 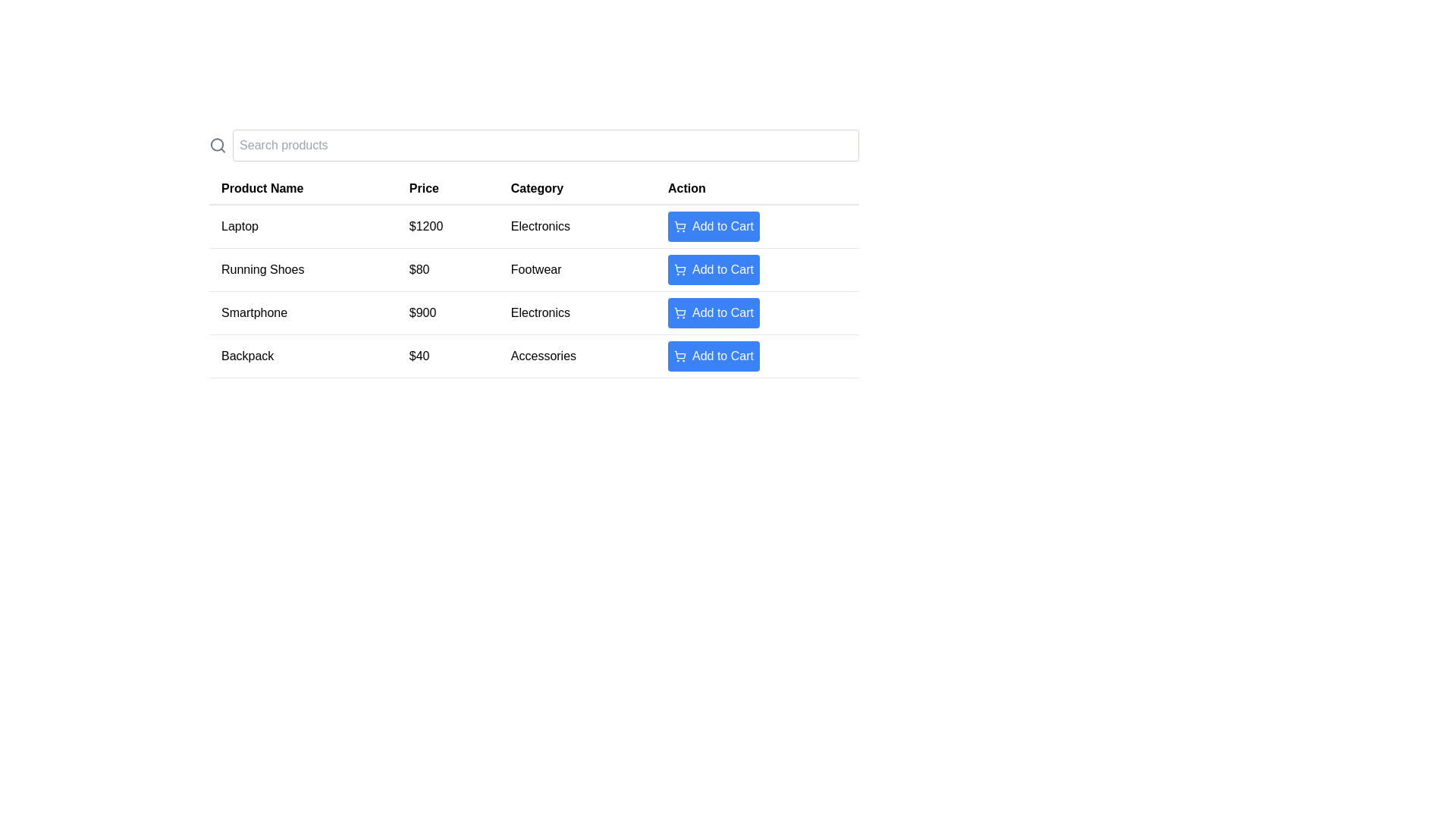 I want to click on the 'Add to Cart' button for the 'Backpack' product, which is located within the product entry row and is positioned to the right of a shopping cart icon, so click(x=722, y=356).